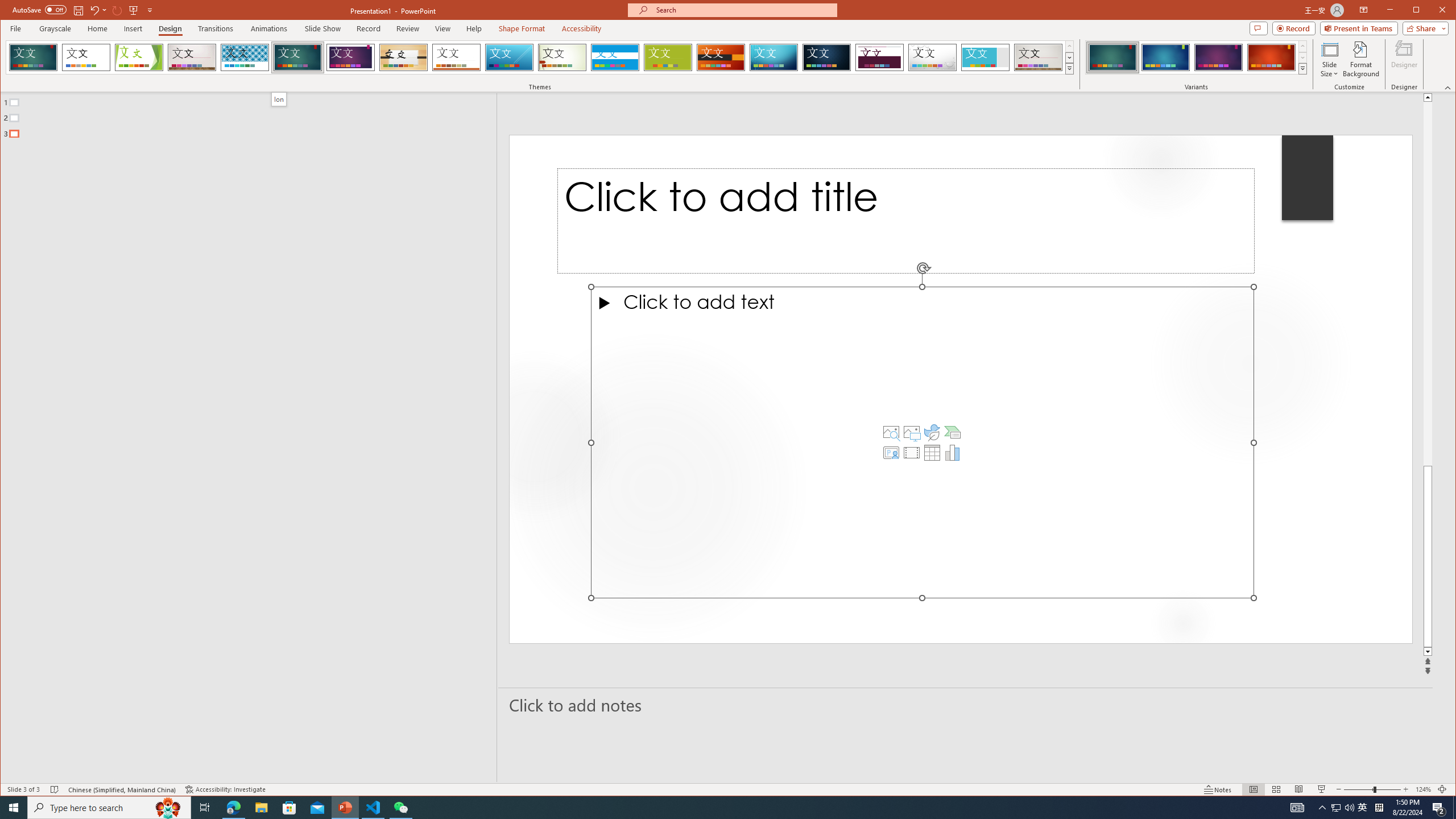  I want to click on 'Variants', so click(1302, 68).